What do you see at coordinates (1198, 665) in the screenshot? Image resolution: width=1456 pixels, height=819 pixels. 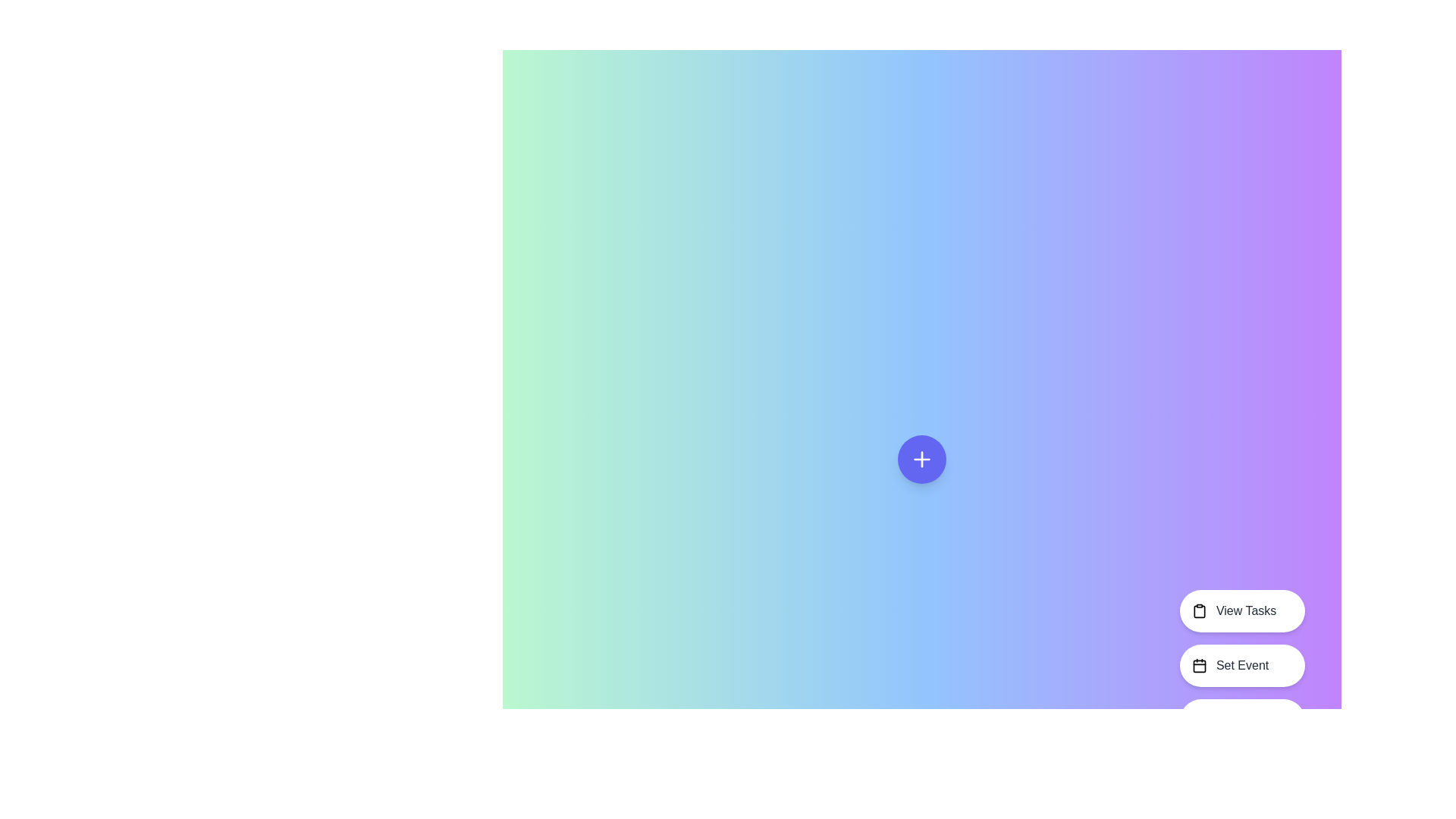 I see `decorative or functional icon within the 'Set Event' button located at the bottom-right corner of the interface for additional information` at bounding box center [1198, 665].